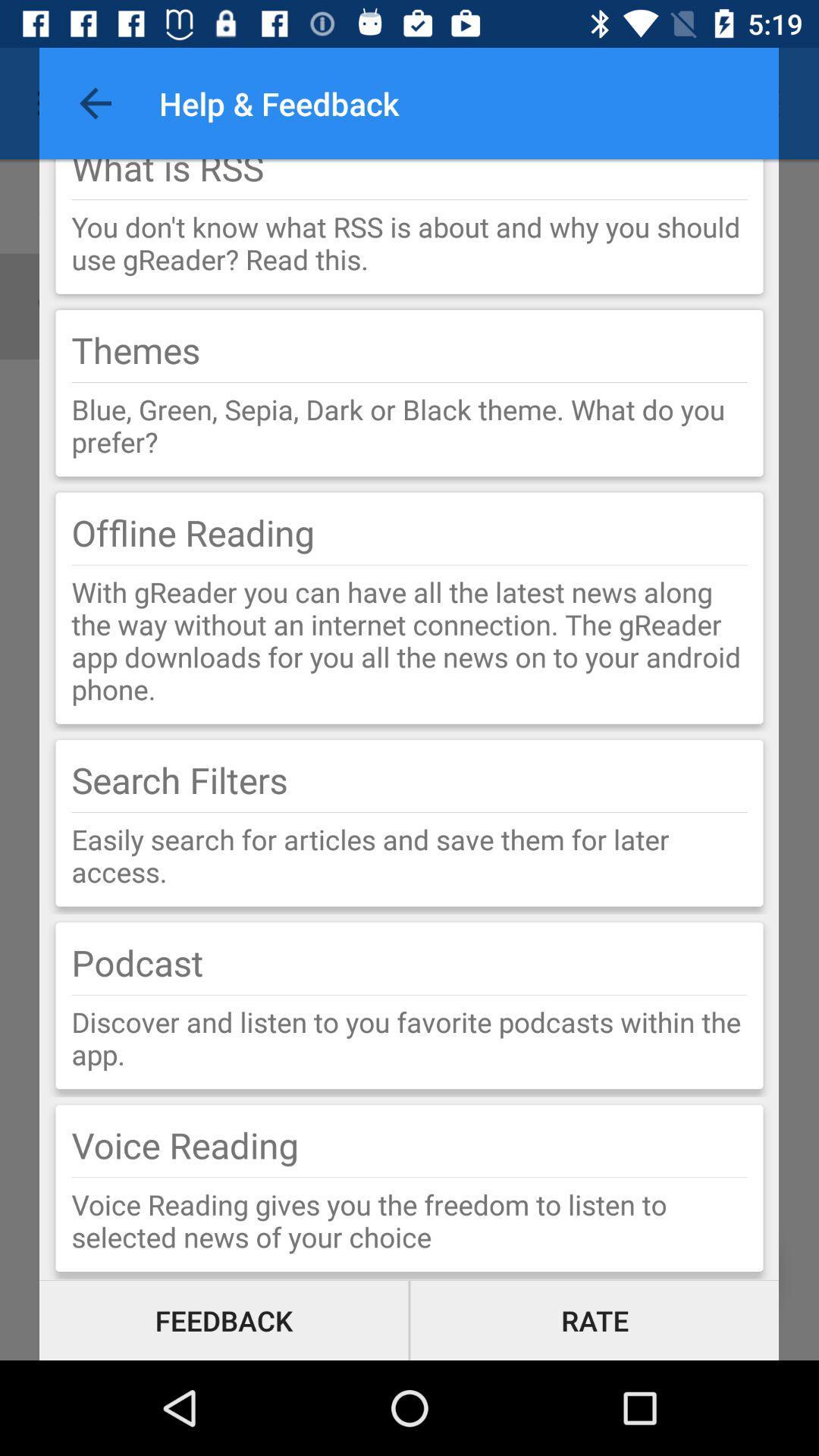 Image resolution: width=819 pixels, height=1456 pixels. What do you see at coordinates (135, 349) in the screenshot?
I see `themes item` at bounding box center [135, 349].